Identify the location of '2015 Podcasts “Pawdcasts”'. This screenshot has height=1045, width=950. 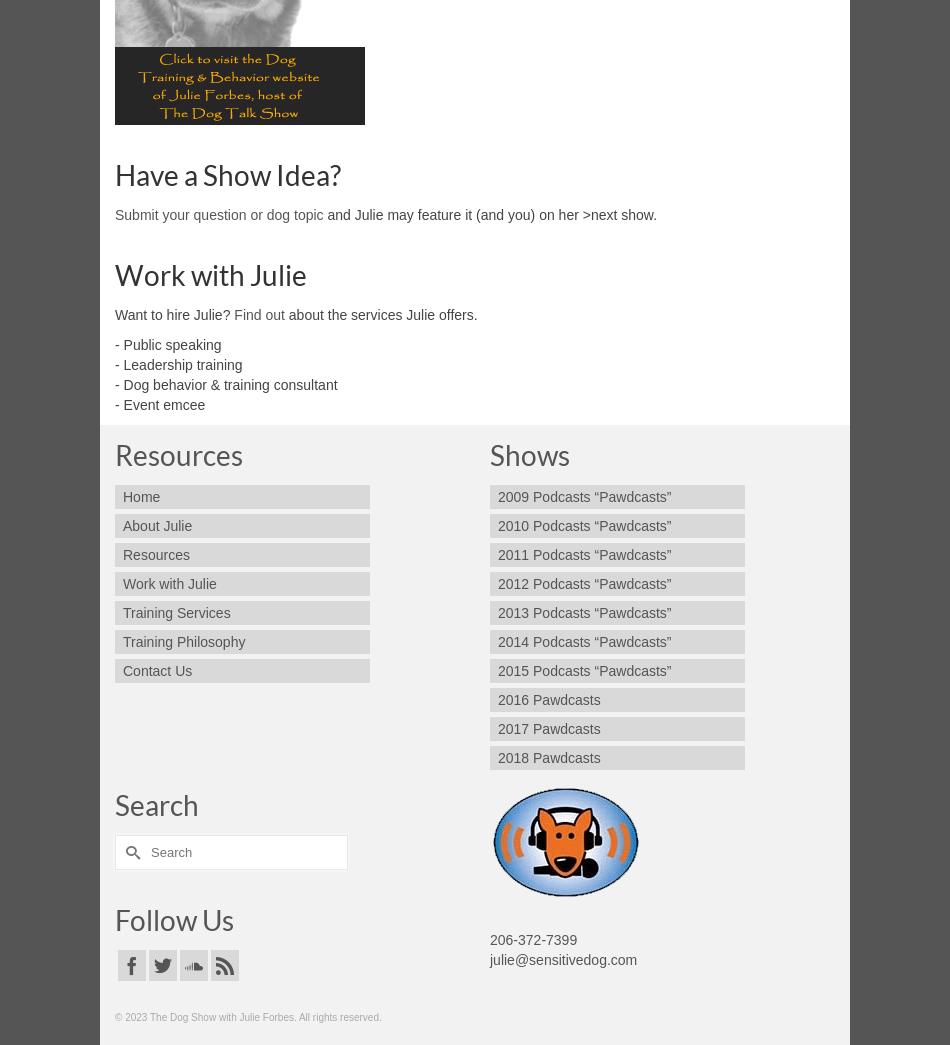
(584, 670).